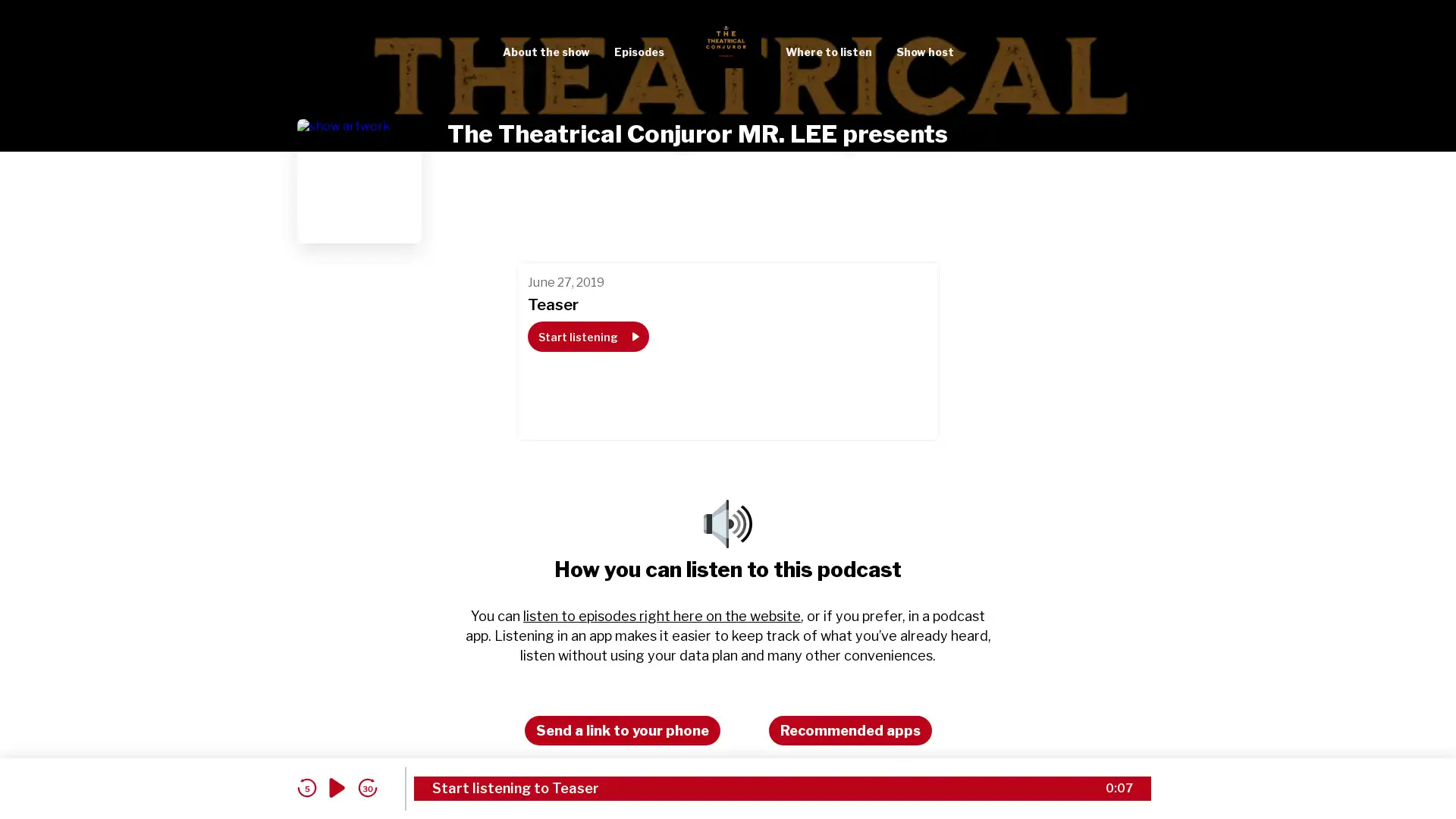 Image resolution: width=1456 pixels, height=819 pixels. I want to click on play audio, so click(337, 787).